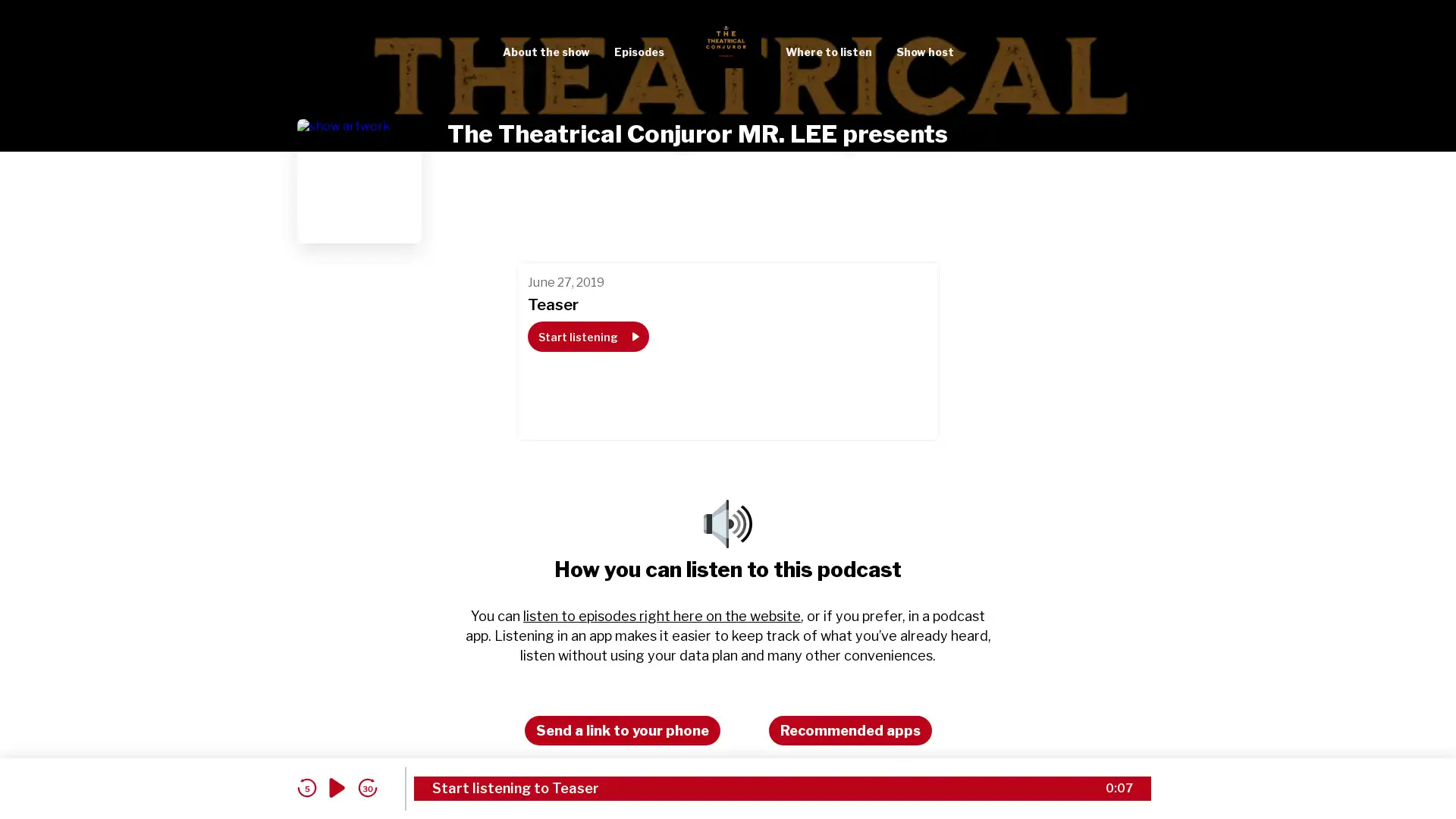 Image resolution: width=1456 pixels, height=819 pixels. I want to click on play audio, so click(337, 787).